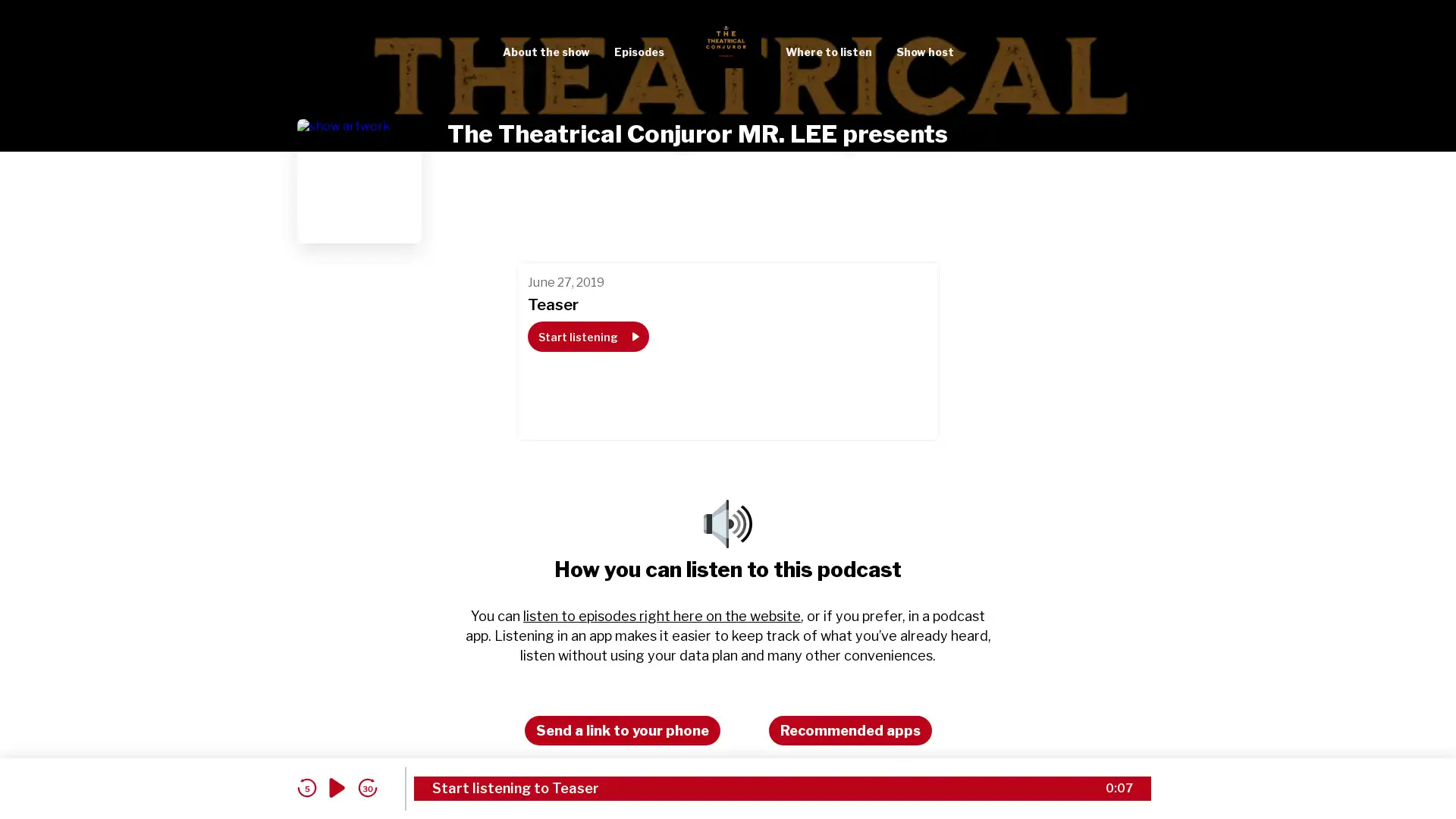 Image resolution: width=1456 pixels, height=819 pixels. I want to click on play audio, so click(337, 787).